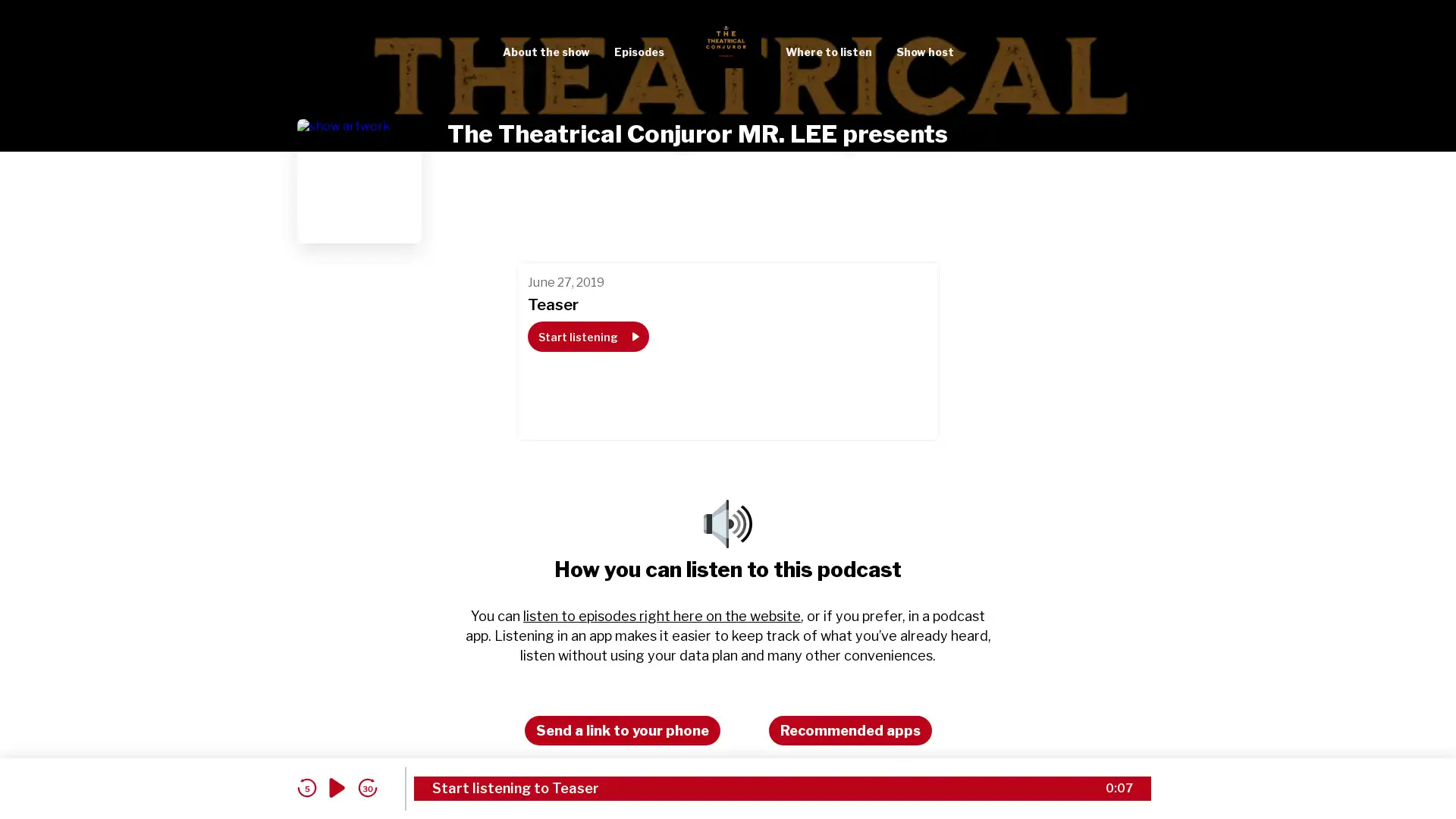 Image resolution: width=1456 pixels, height=819 pixels. I want to click on play audio, so click(337, 787).